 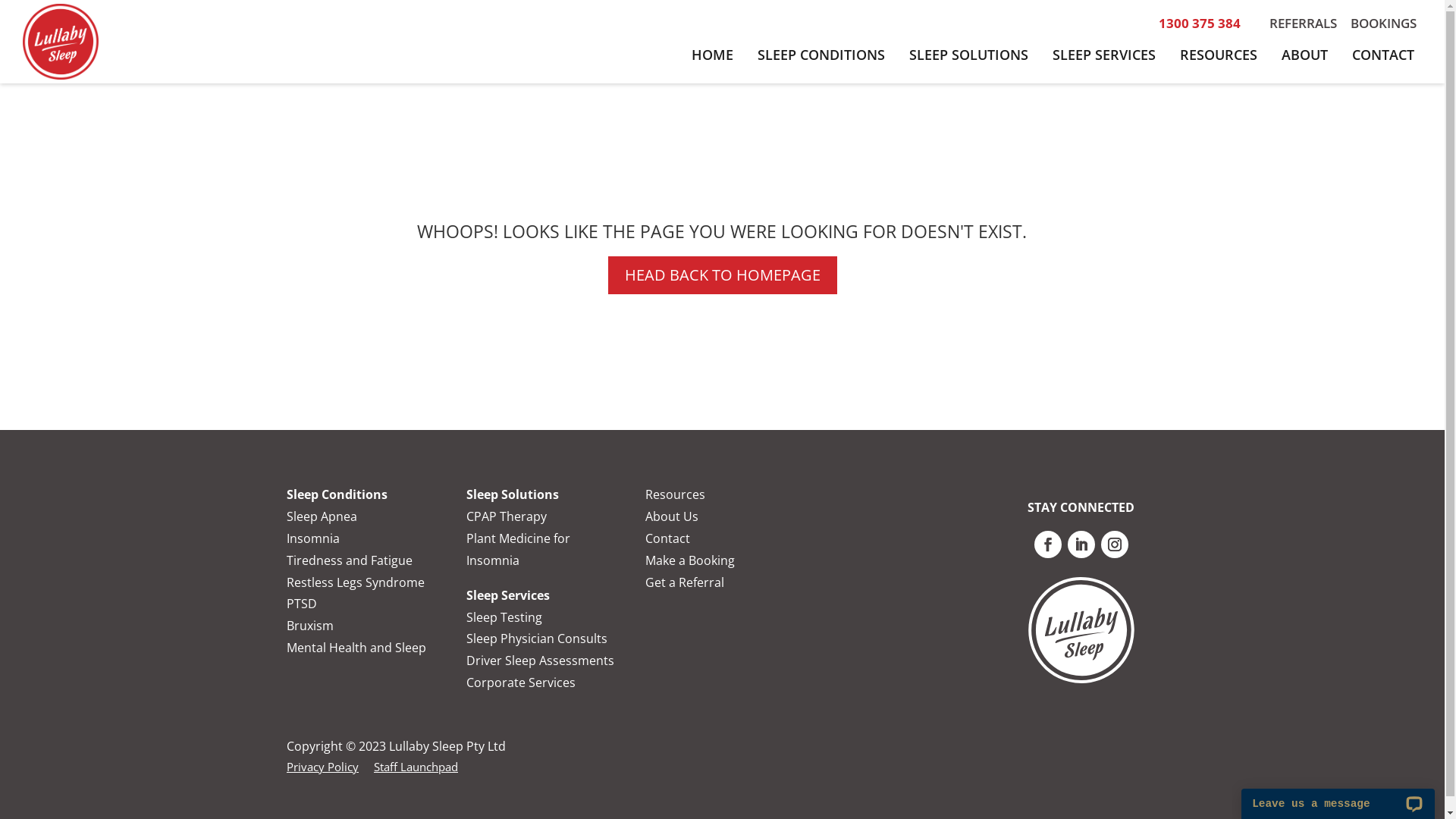 What do you see at coordinates (1047, 543) in the screenshot?
I see `'Follow on Facebook'` at bounding box center [1047, 543].